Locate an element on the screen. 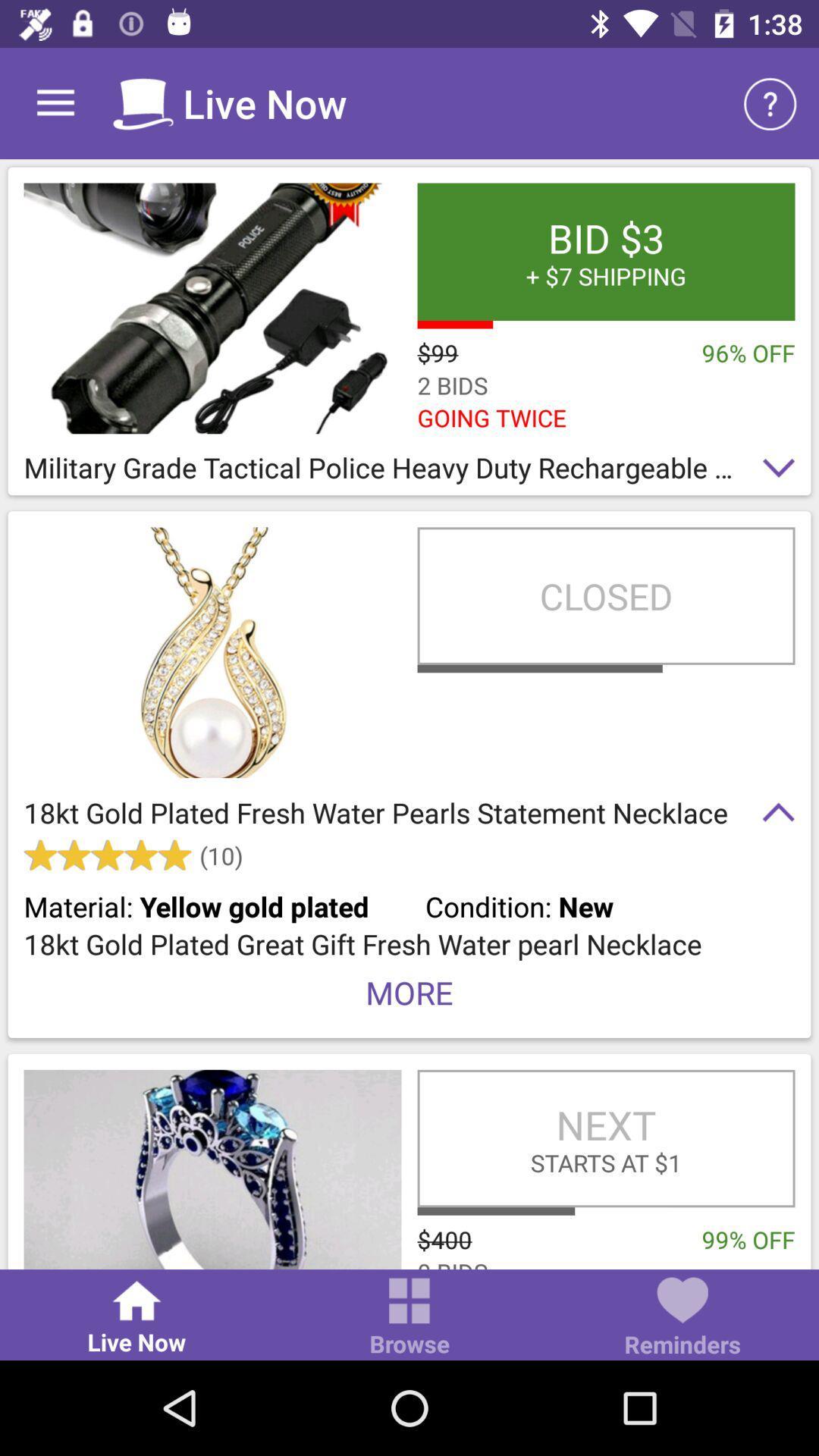  item is located at coordinates (212, 1169).